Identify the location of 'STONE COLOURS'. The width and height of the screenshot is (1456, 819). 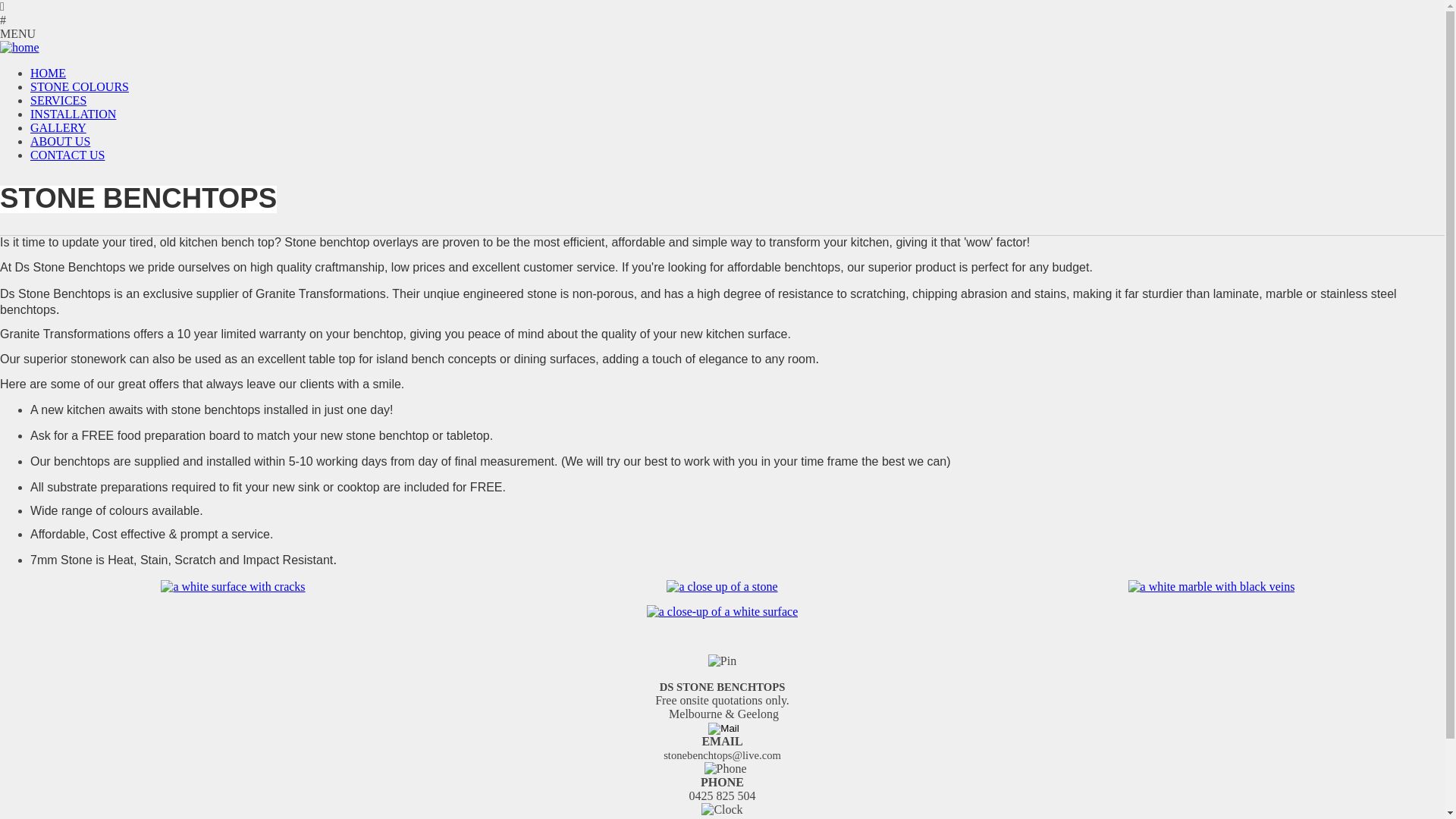
(79, 86).